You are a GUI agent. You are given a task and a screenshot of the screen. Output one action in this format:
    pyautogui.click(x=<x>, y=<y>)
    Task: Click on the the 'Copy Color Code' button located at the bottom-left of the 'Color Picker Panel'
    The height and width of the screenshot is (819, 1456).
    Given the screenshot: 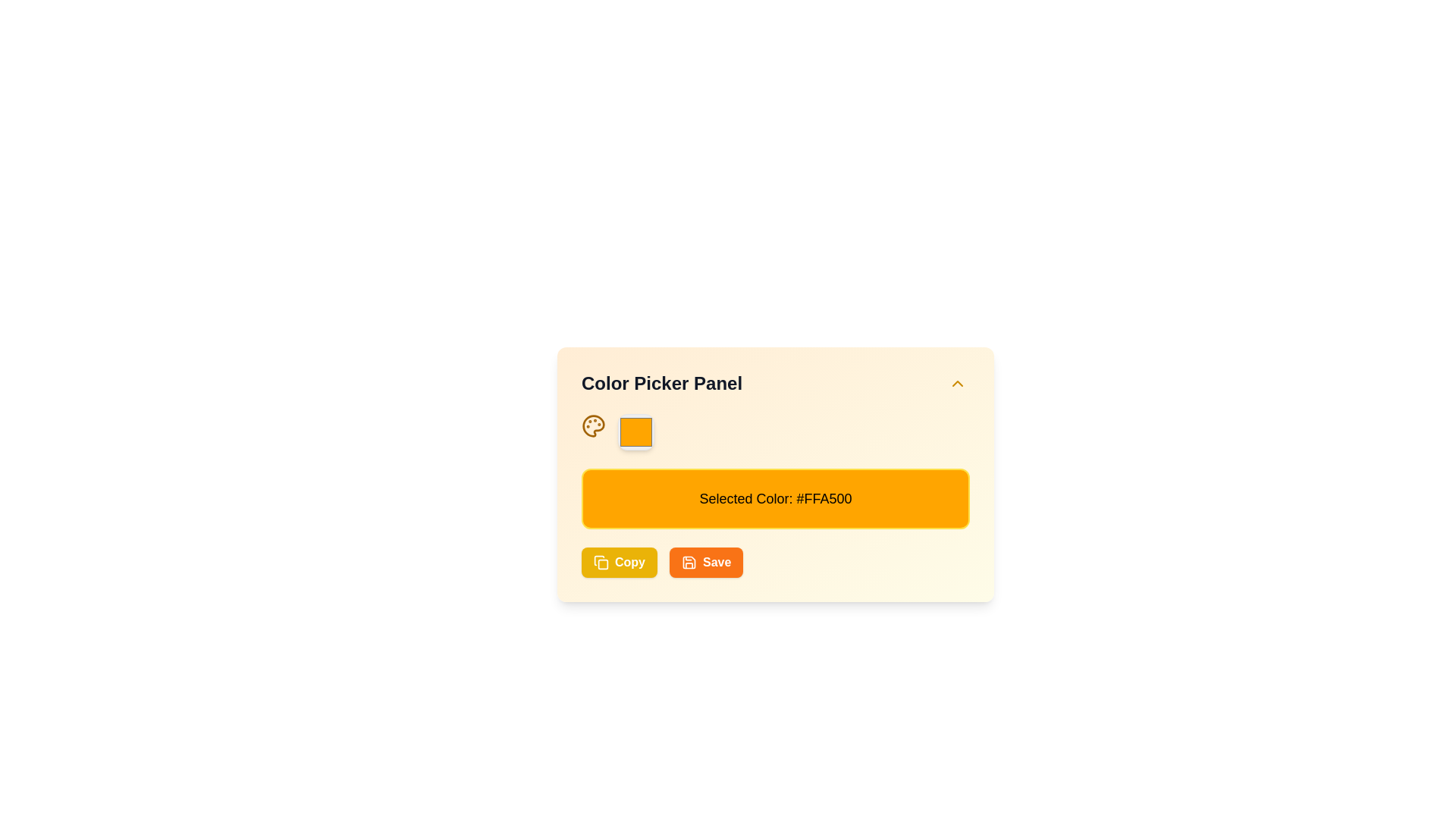 What is the action you would take?
    pyautogui.click(x=619, y=562)
    